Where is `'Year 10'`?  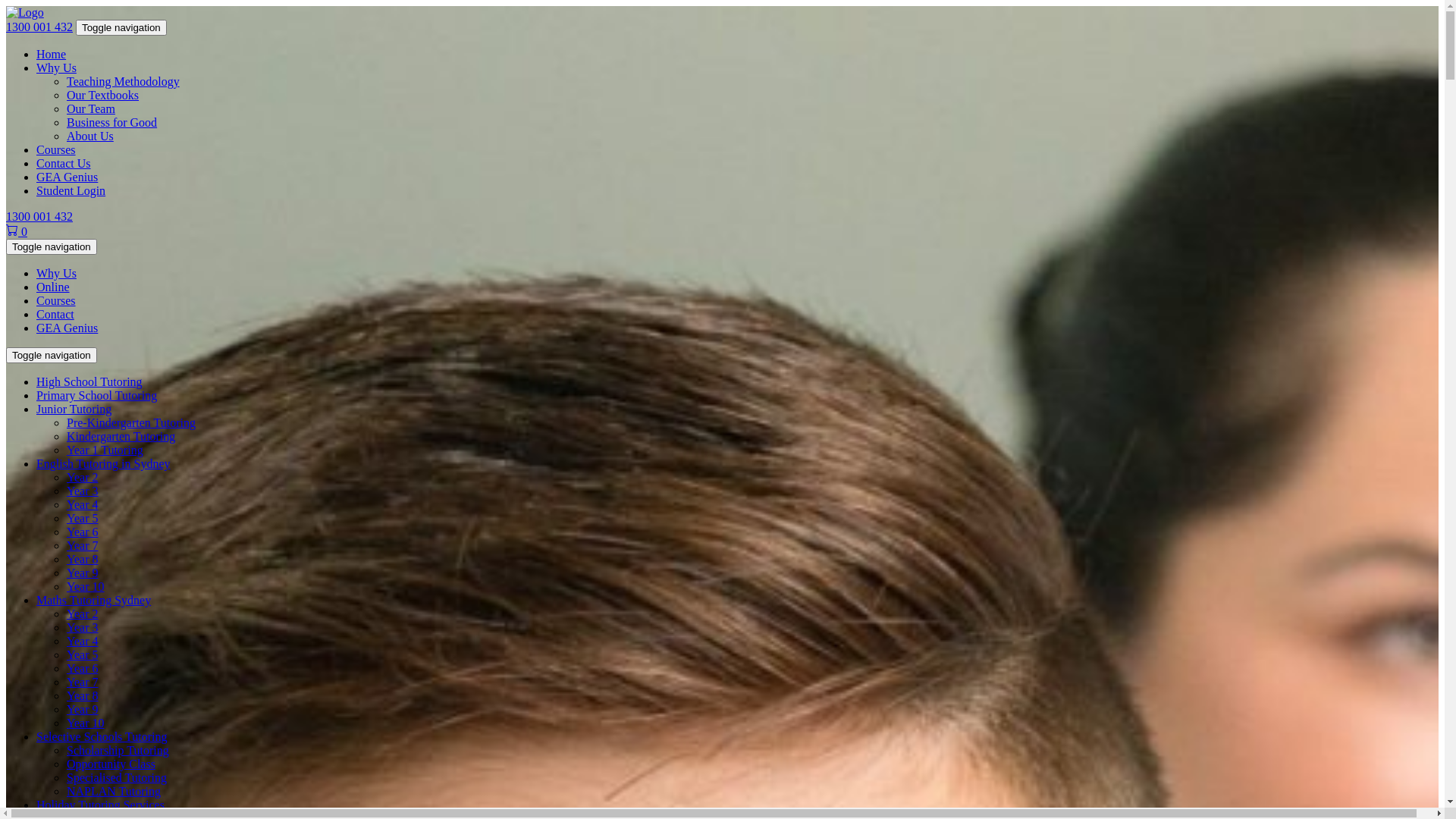
'Year 10' is located at coordinates (84, 585).